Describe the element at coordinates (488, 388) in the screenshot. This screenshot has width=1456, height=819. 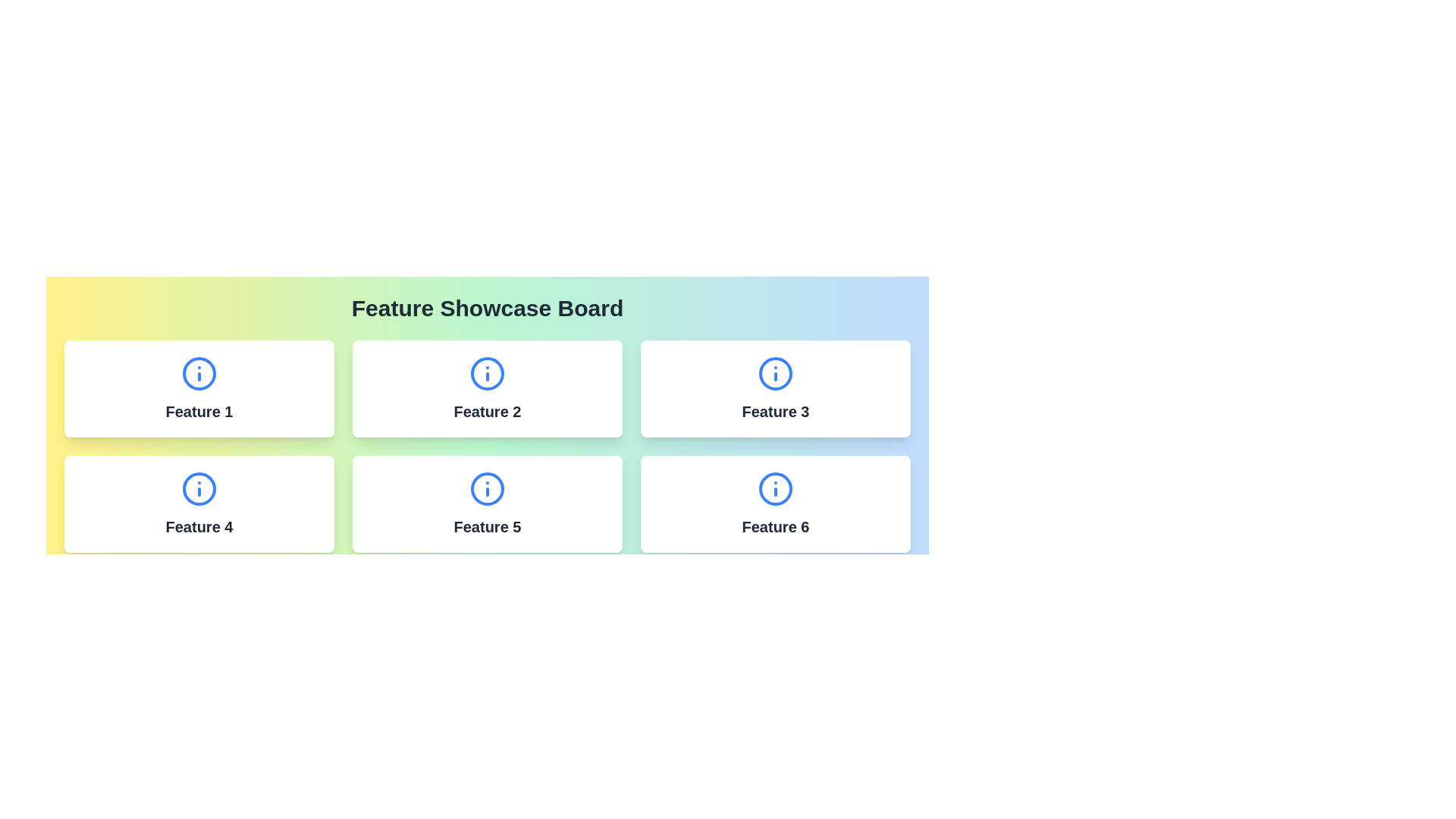
I see `the Feature card labeled 'Feature 2', which is the second card in a grid layout showcasing product features` at that location.